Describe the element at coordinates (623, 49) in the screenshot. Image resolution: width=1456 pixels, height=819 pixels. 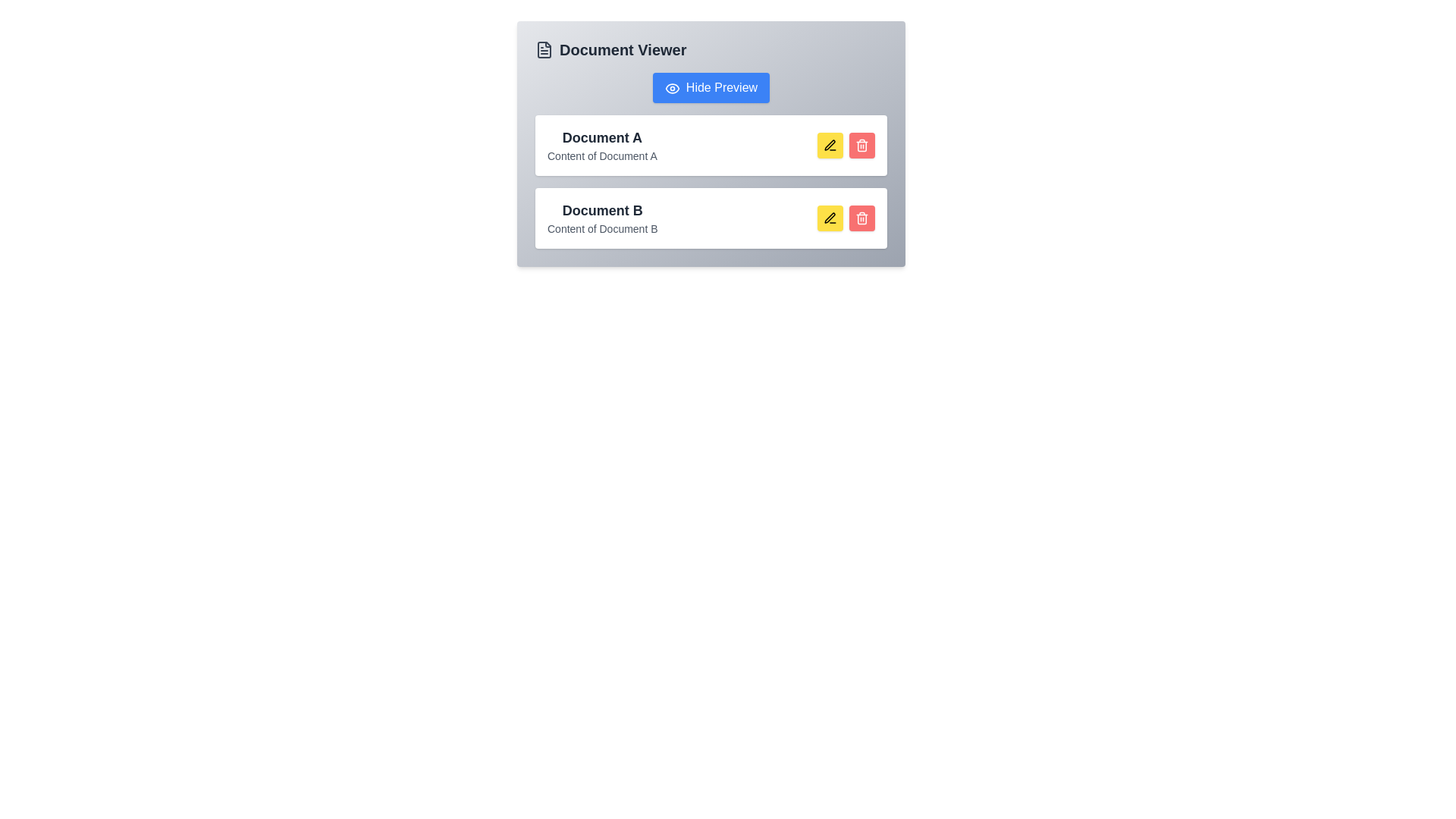
I see `the bold, large-sized text label reading 'Document Viewer' at the top of the document management interface` at that location.